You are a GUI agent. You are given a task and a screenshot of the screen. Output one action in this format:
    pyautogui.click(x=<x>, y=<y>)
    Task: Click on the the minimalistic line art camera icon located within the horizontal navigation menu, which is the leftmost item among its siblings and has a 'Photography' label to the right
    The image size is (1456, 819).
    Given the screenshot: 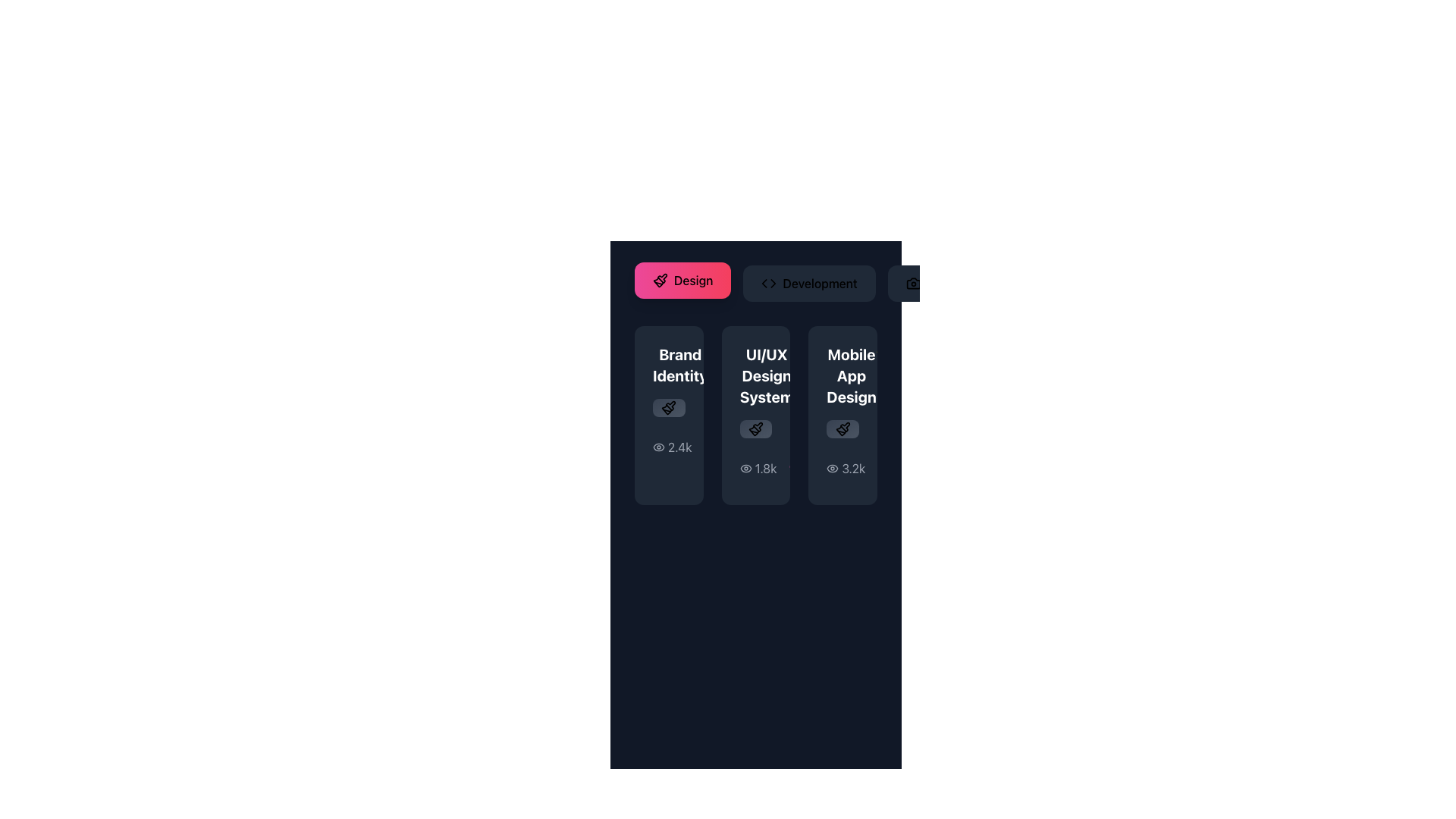 What is the action you would take?
    pyautogui.click(x=912, y=284)
    